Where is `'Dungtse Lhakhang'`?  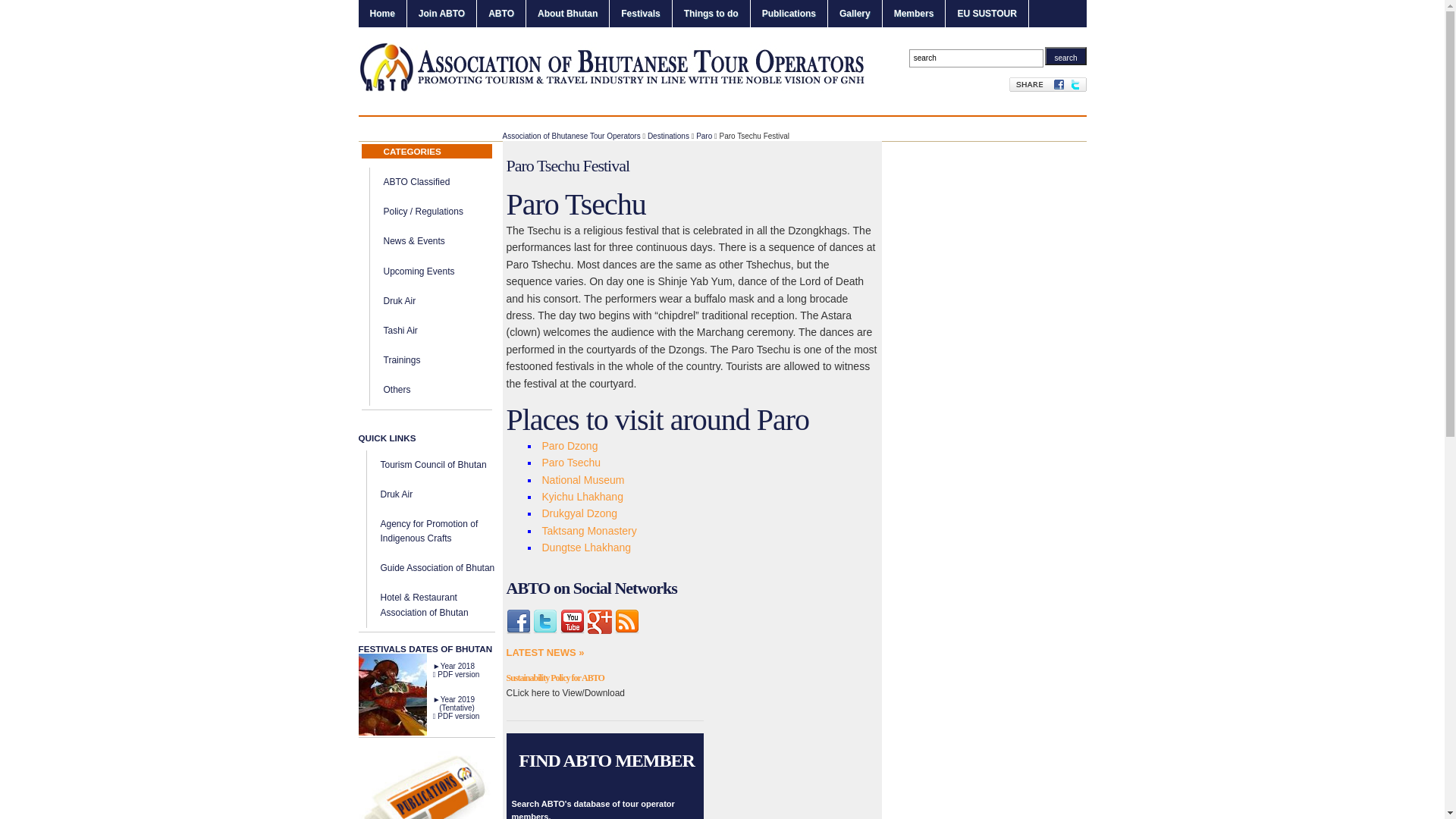 'Dungtse Lhakhang' is located at coordinates (585, 547).